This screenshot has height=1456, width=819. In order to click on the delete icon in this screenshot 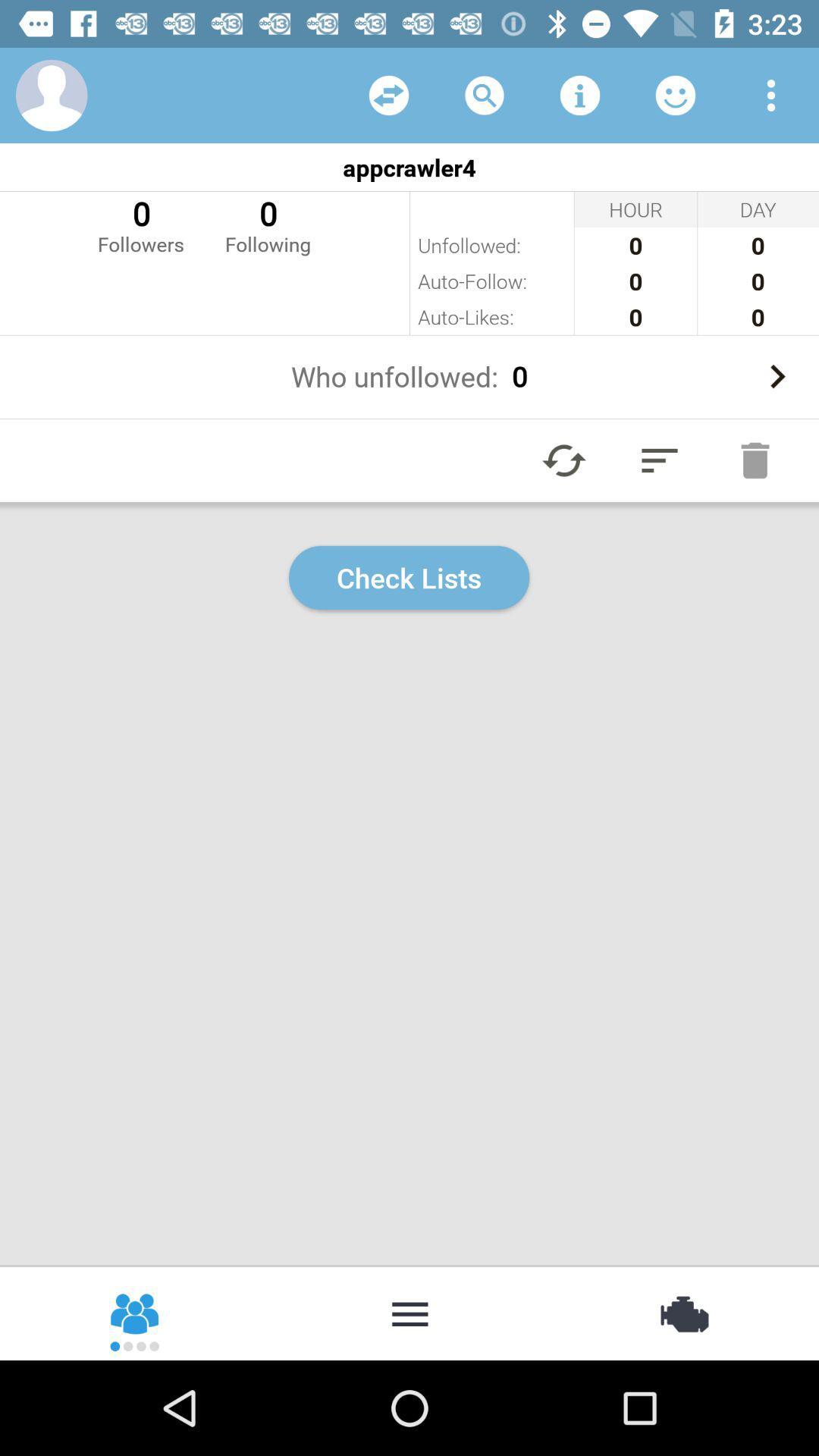, I will do `click(755, 460)`.